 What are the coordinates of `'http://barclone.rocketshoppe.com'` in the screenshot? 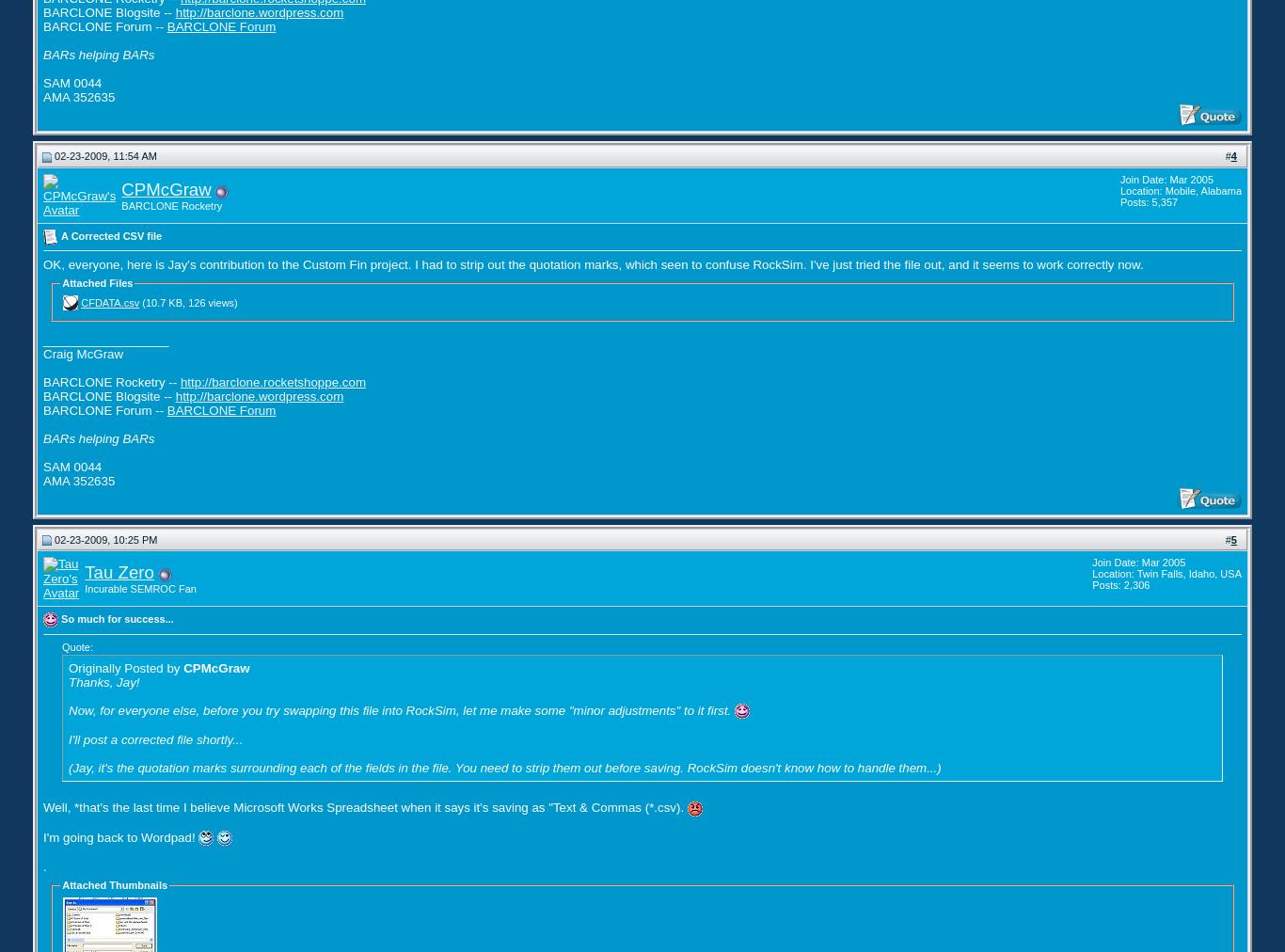 It's located at (272, 381).